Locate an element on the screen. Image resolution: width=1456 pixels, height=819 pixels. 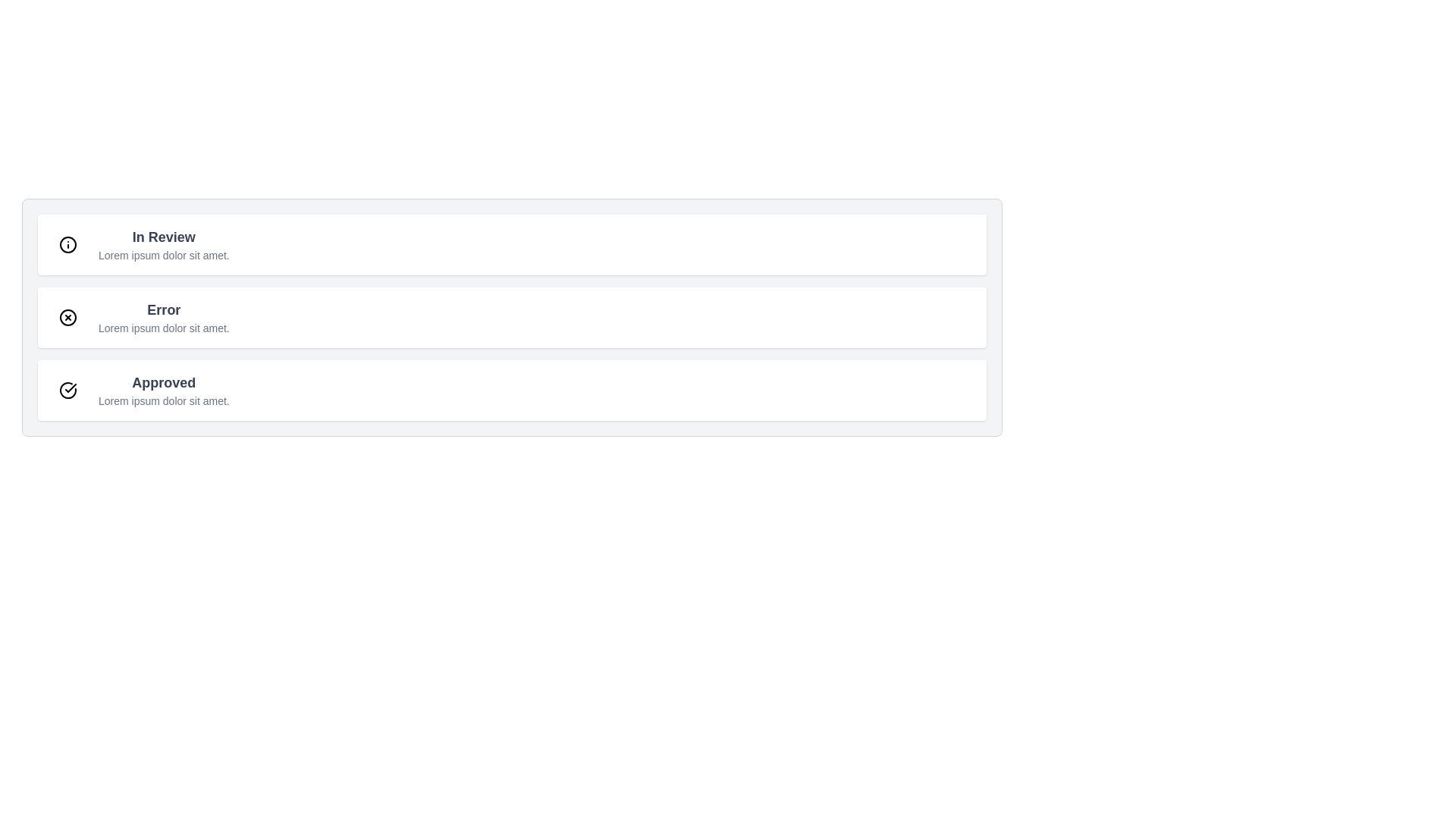
the error state icon located in the second row of the list, which is visually represented to indicate an error status is located at coordinates (67, 317).